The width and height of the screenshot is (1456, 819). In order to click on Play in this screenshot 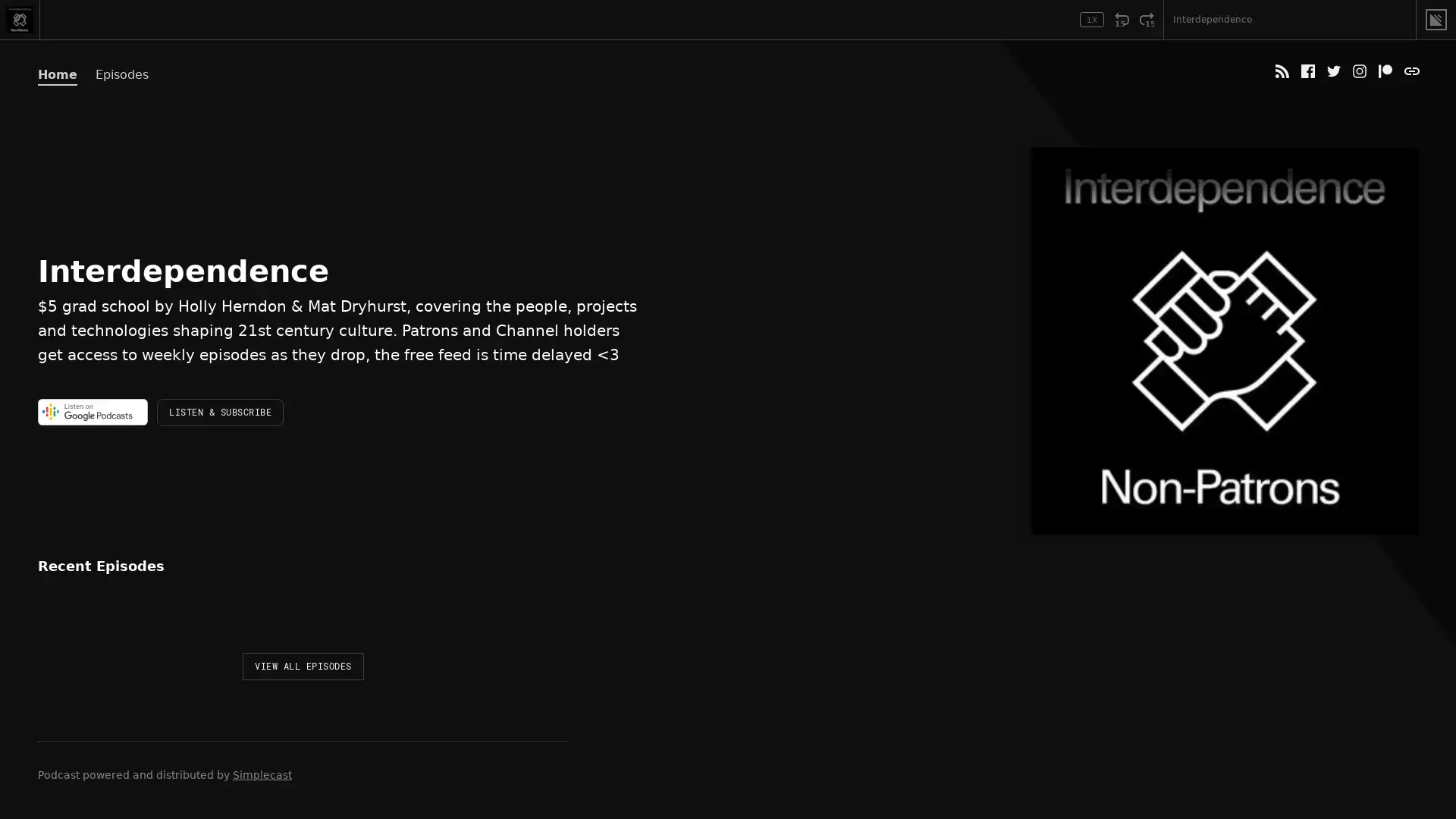, I will do `click(55, 726)`.